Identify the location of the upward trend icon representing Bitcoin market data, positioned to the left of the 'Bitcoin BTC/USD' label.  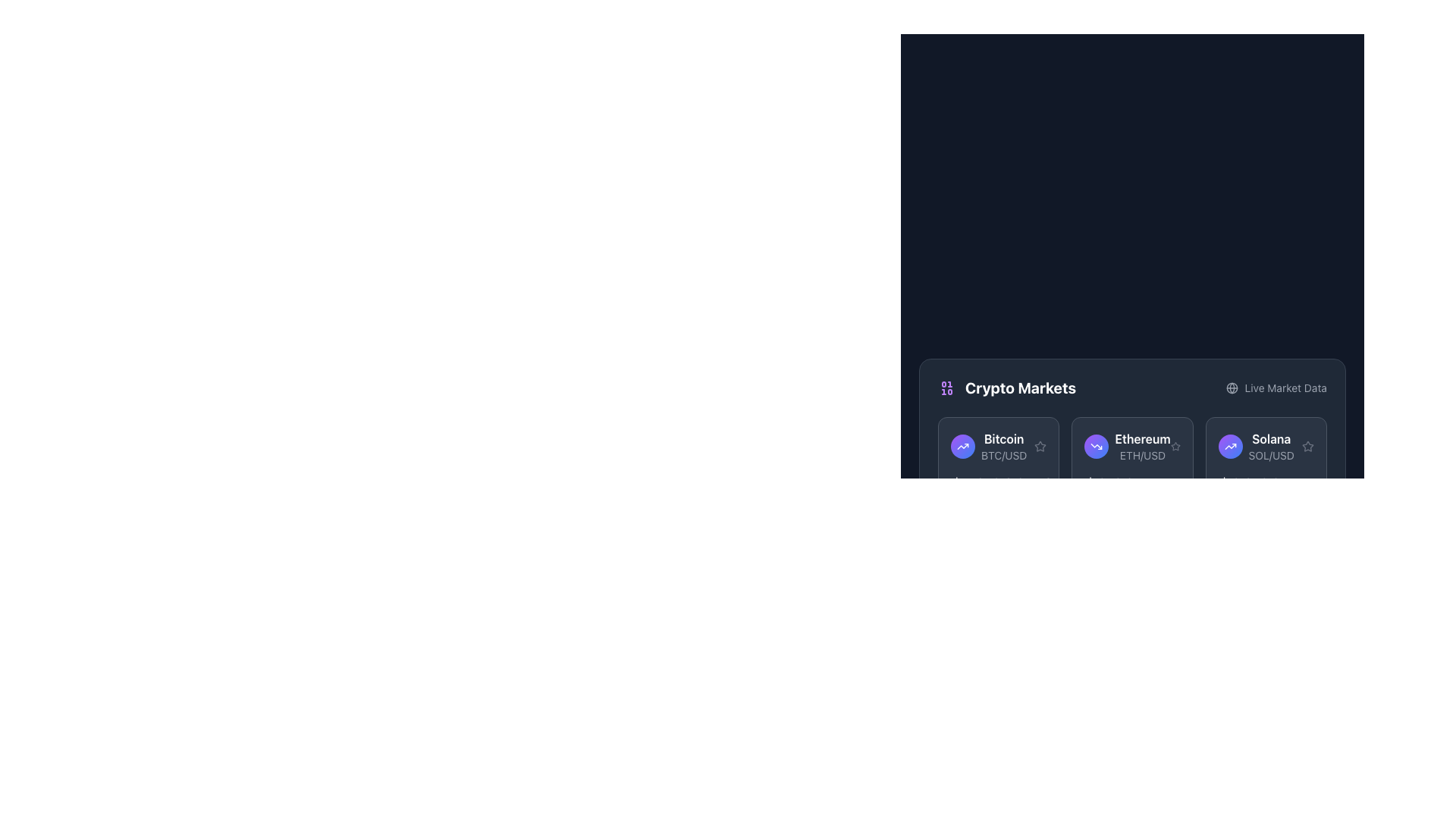
(962, 446).